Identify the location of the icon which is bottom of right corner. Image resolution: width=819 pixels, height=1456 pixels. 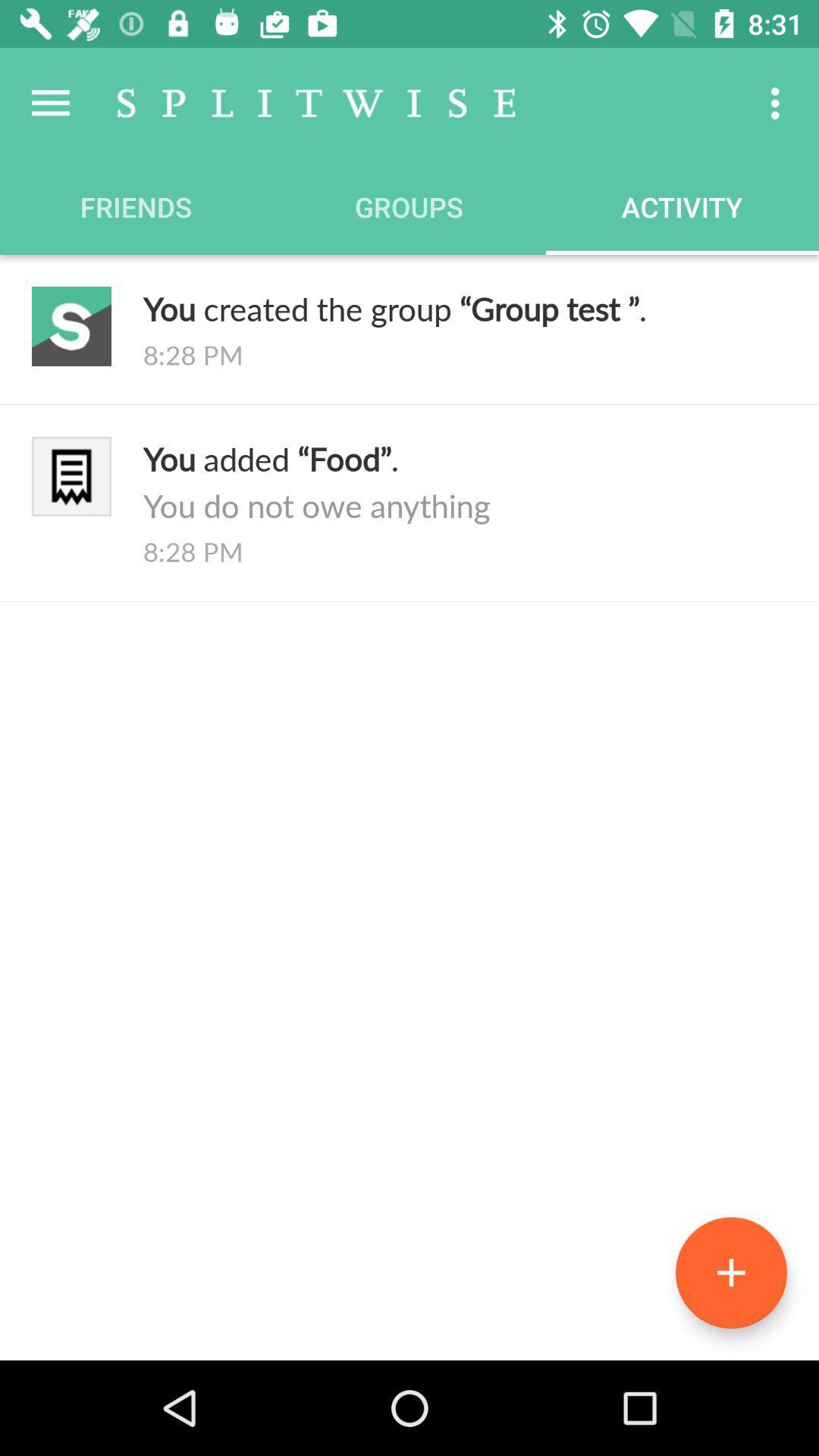
(730, 1272).